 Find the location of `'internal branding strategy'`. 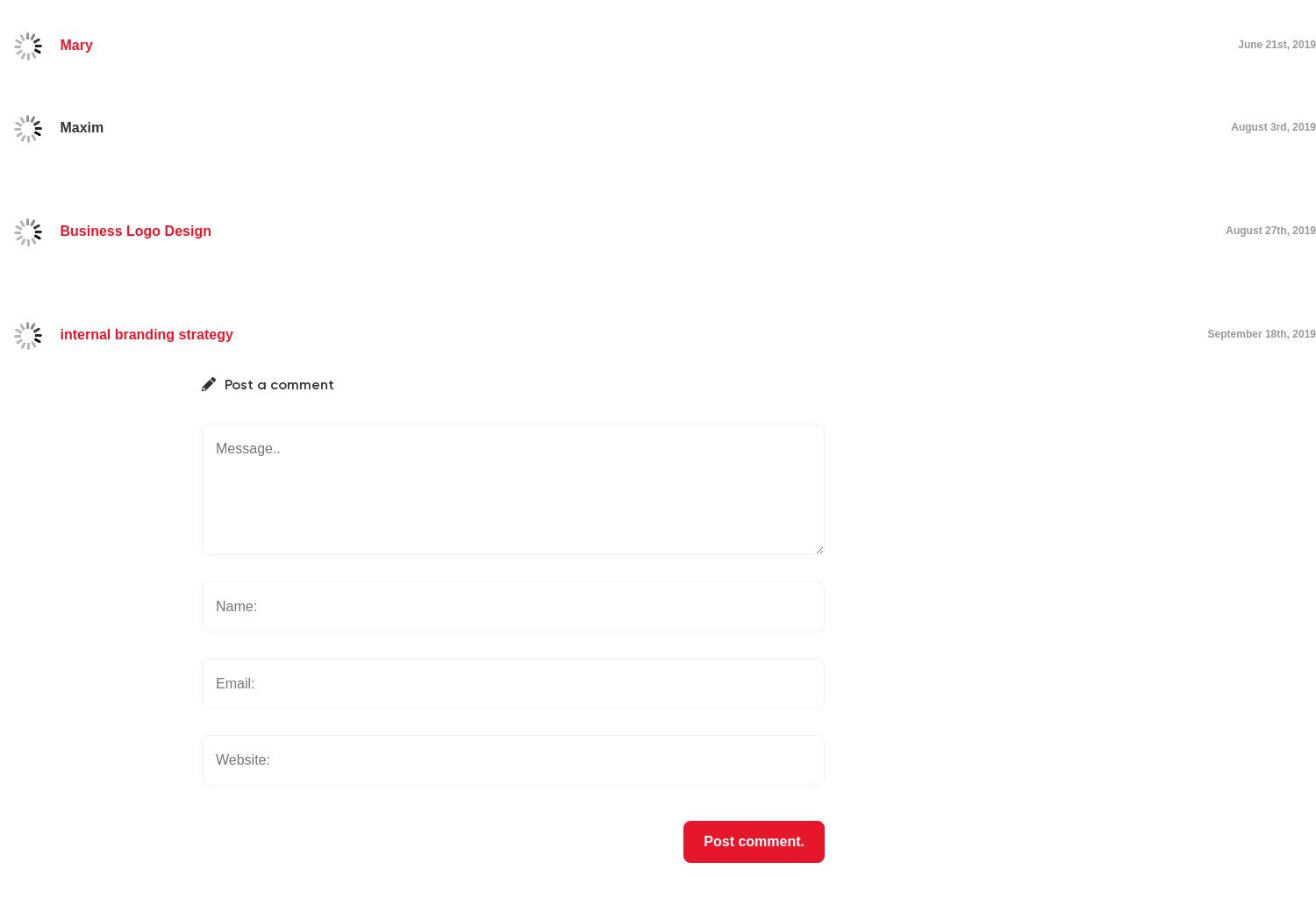

'internal branding strategy' is located at coordinates (146, 334).